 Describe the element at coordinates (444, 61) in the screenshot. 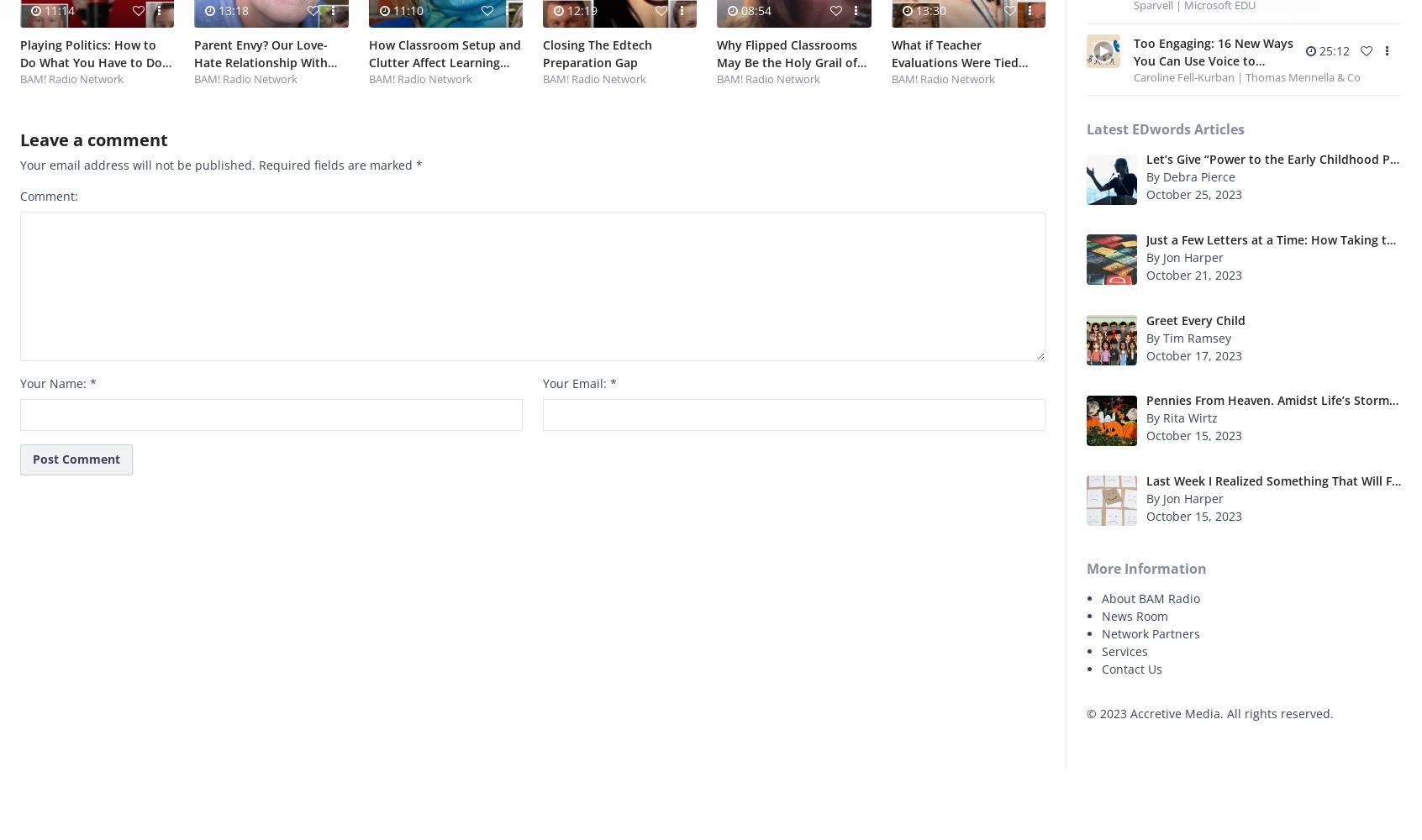

I see `'How Classroom Setup and Clutter Affect Learning and Behavior'` at that location.